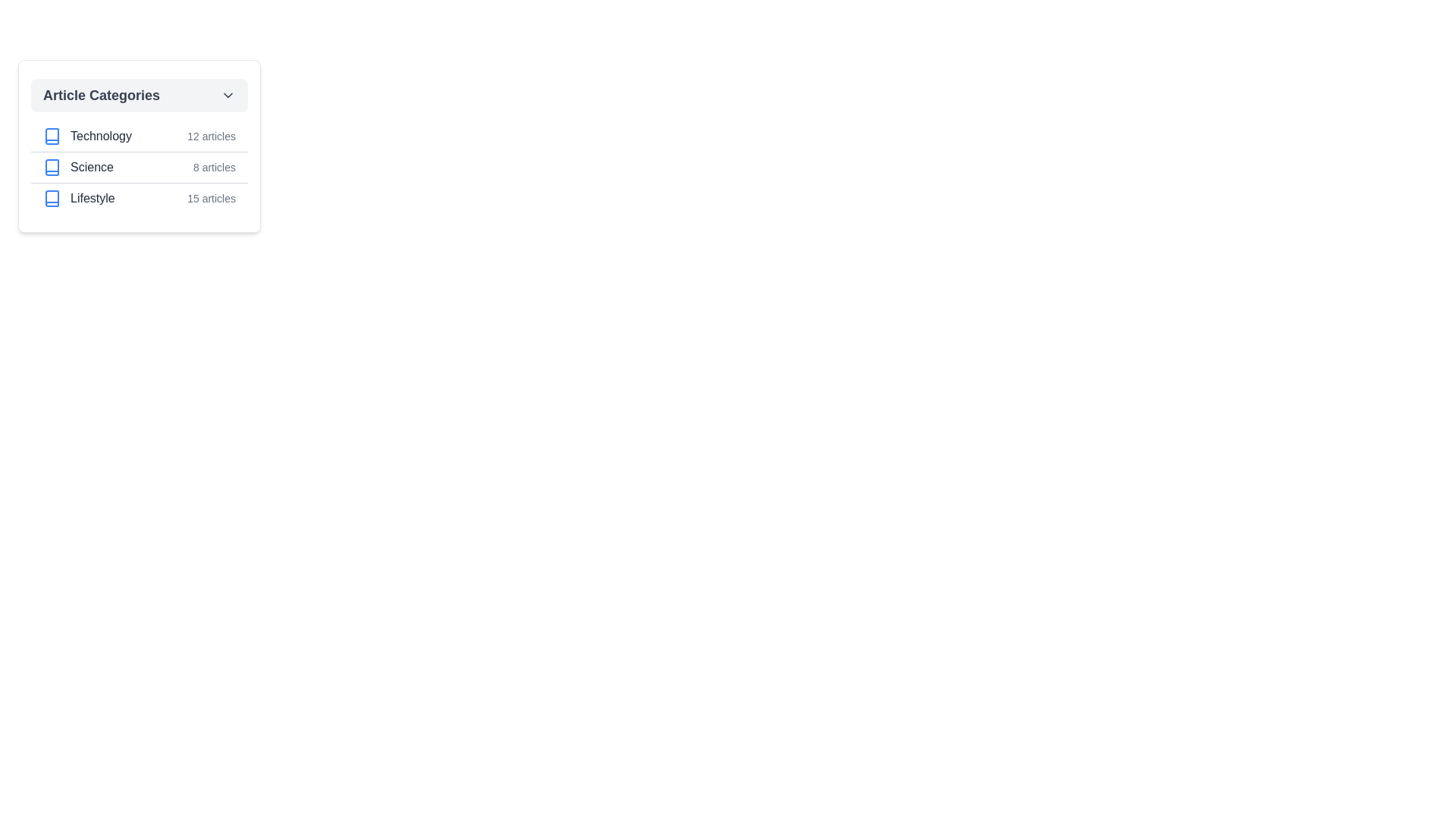 The image size is (1456, 819). What do you see at coordinates (211, 198) in the screenshot?
I see `the text label displaying the number of articles available under the 'Lifestyle' category, which is located to the right of the 'Lifestyle' text in the 'Article Categories' section` at bounding box center [211, 198].